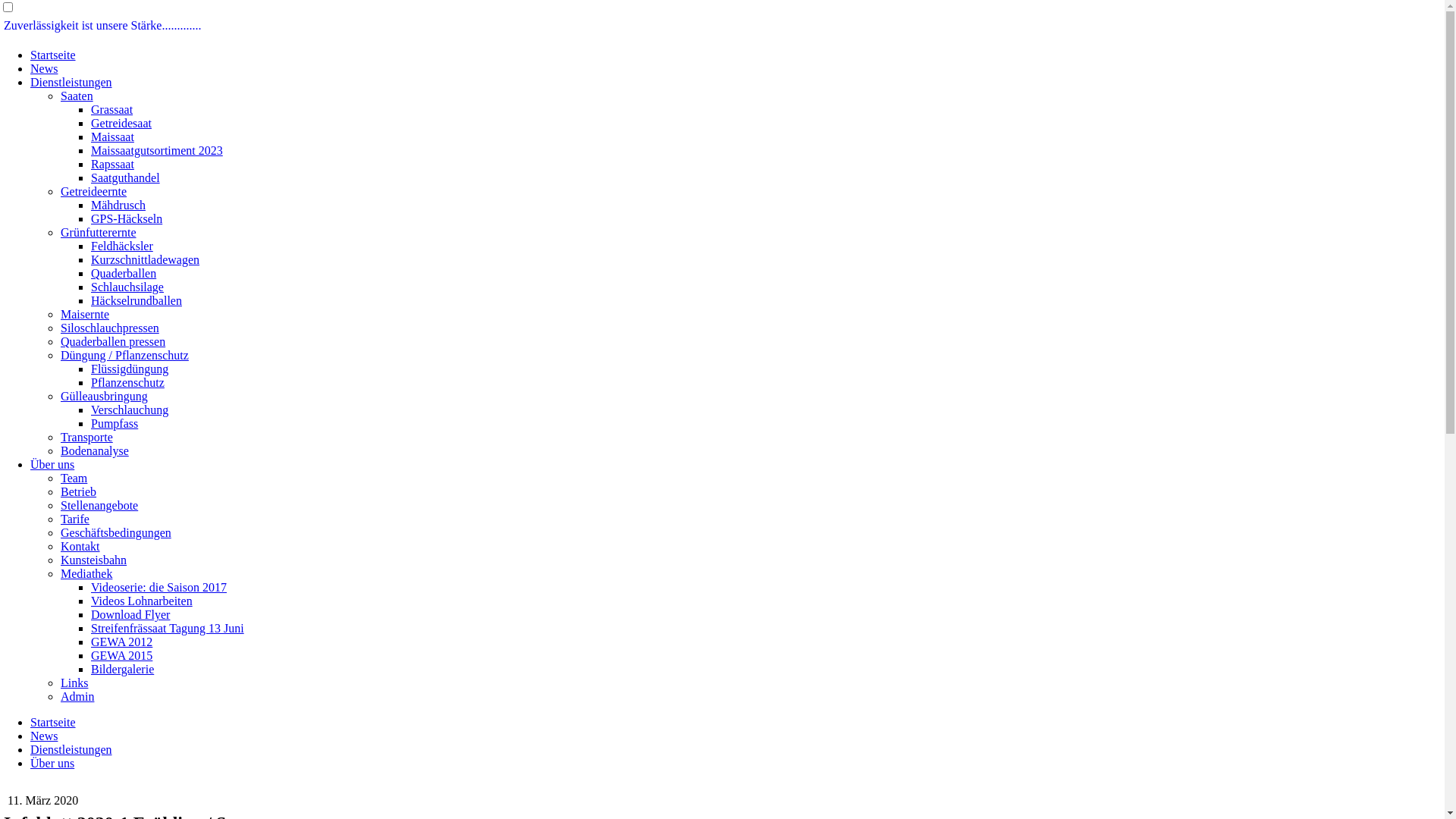  Describe the element at coordinates (156, 150) in the screenshot. I see `'Maissaatgutsortiment 2023'` at that location.